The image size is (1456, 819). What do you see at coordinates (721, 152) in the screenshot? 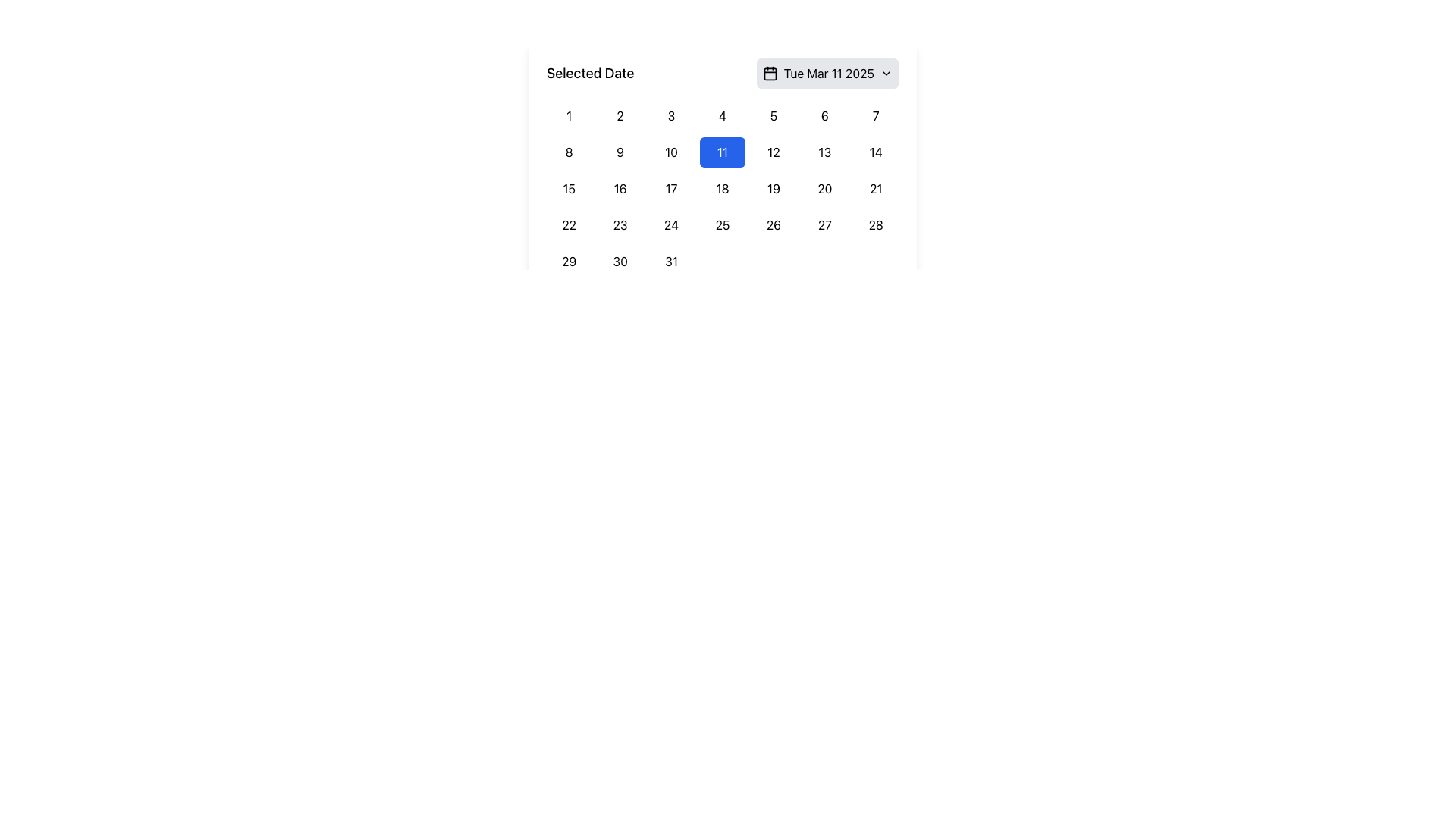
I see `the button representing the date '11' in the calendar interface` at bounding box center [721, 152].